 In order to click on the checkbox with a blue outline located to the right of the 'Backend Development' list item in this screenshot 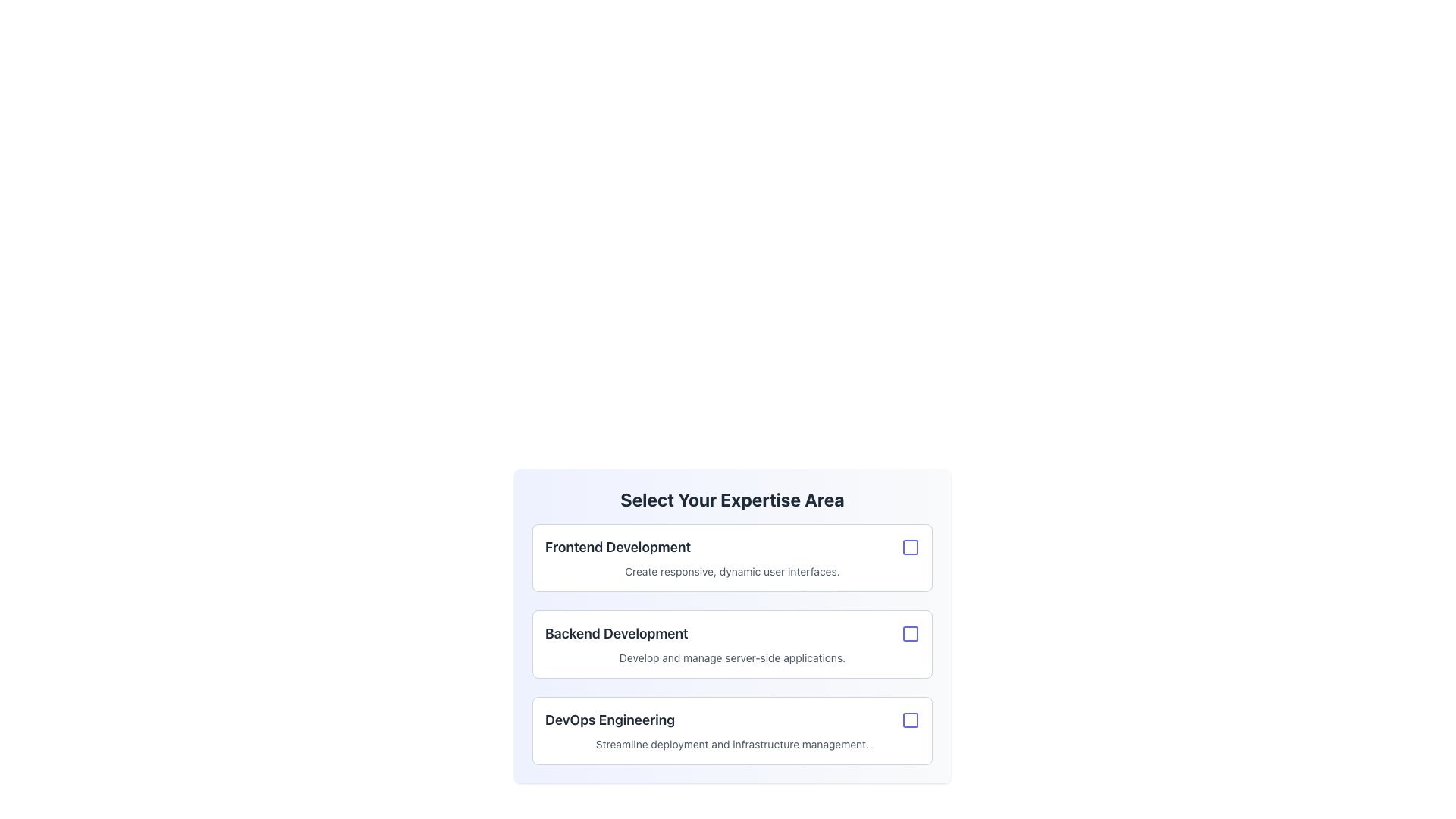, I will do `click(910, 634)`.